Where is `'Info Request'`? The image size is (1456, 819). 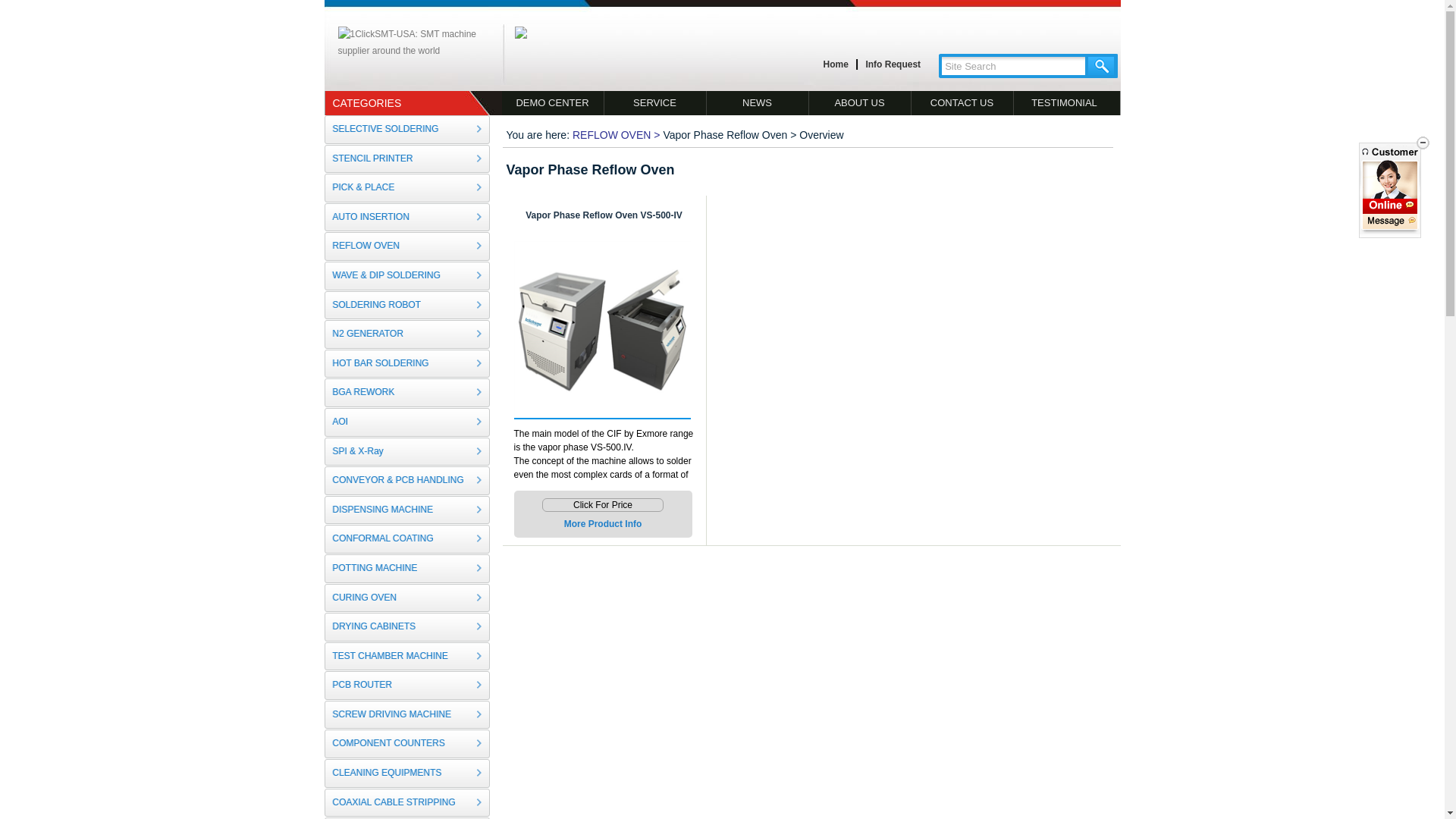
'Info Request' is located at coordinates (861, 64).